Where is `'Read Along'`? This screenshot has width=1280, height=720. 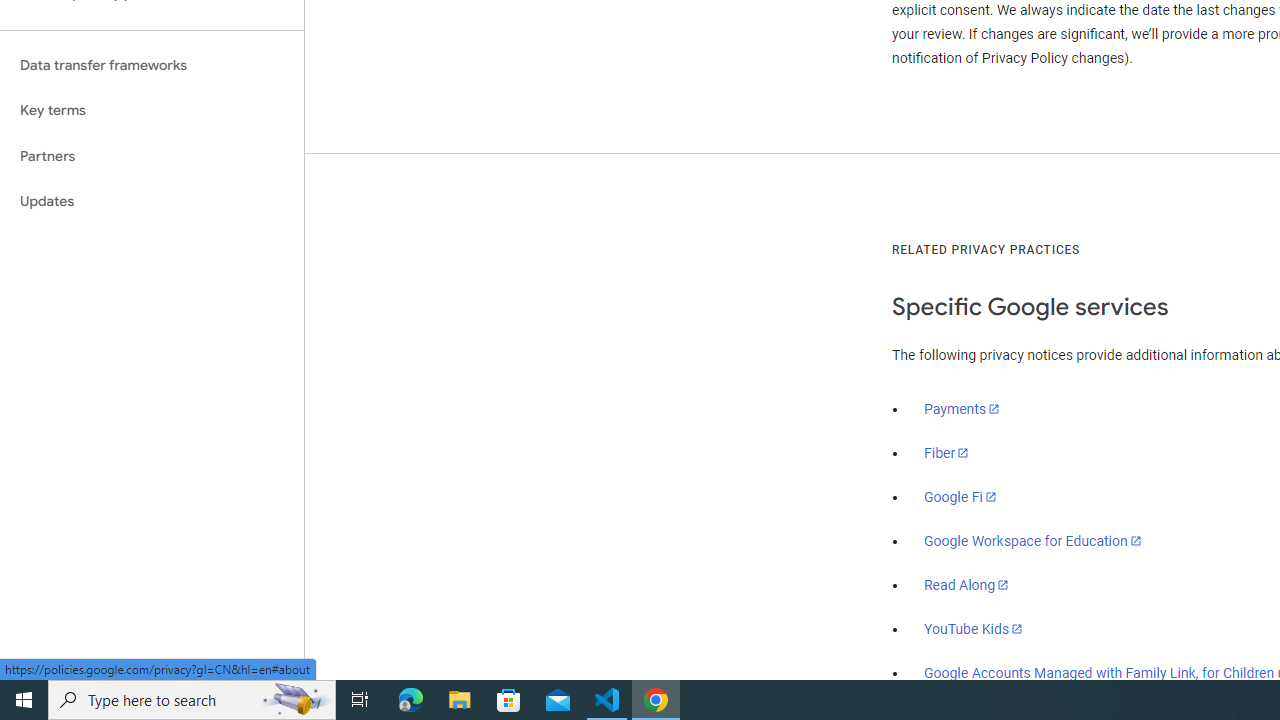 'Read Along' is located at coordinates (967, 585).